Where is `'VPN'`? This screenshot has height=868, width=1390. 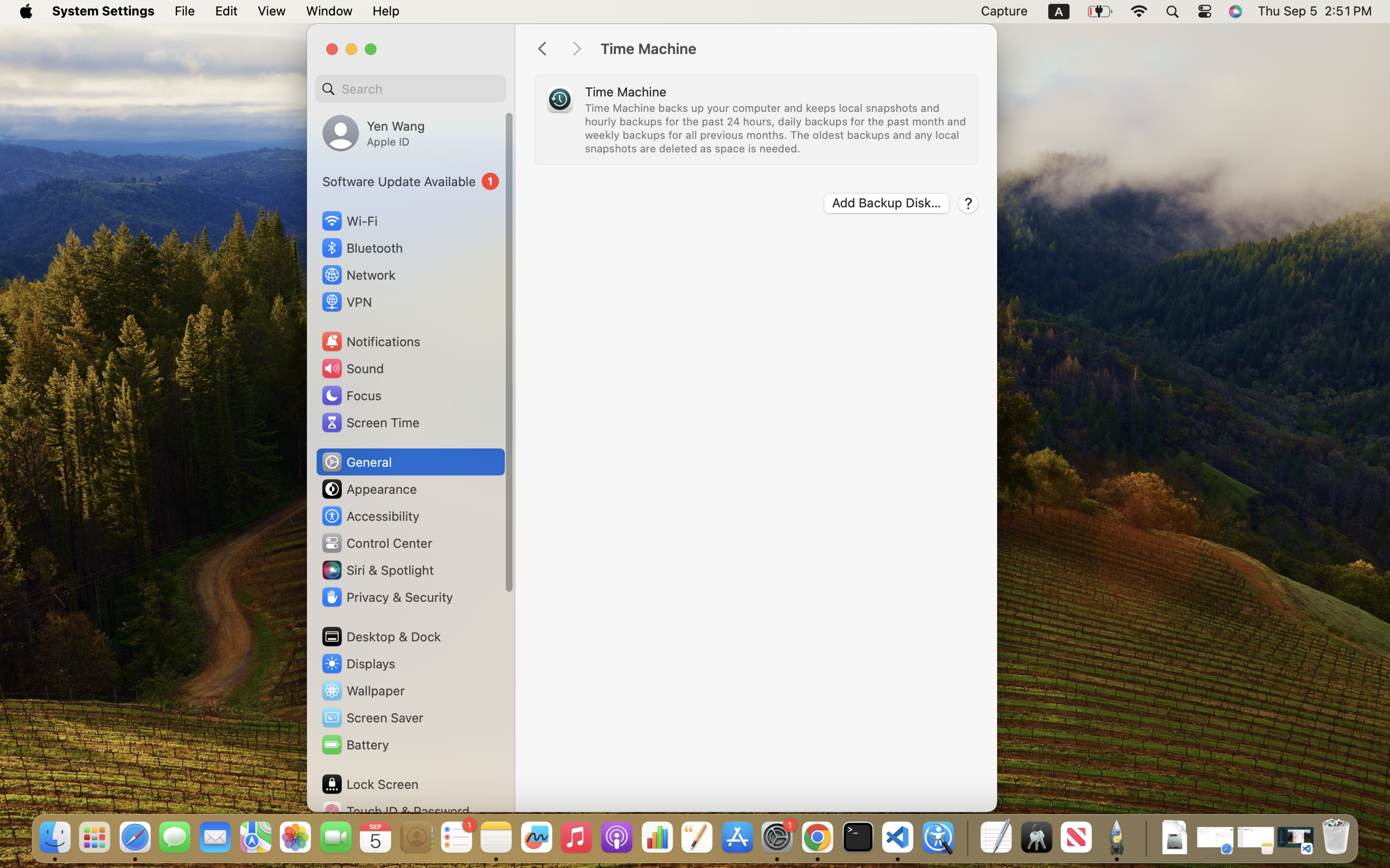 'VPN' is located at coordinates (346, 302).